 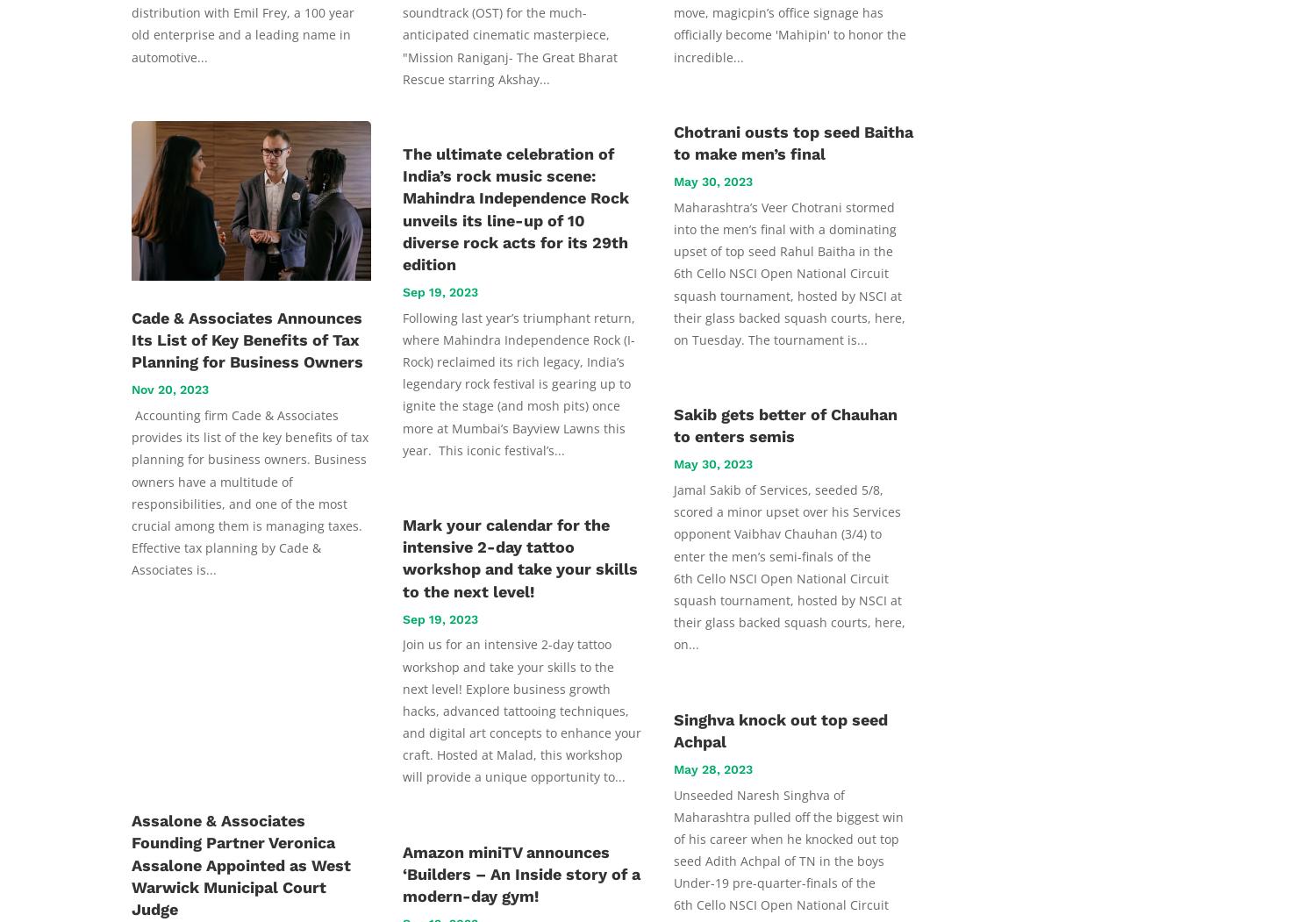 What do you see at coordinates (785, 425) in the screenshot?
I see `'Sakib gets better of Chauhan to enters semis'` at bounding box center [785, 425].